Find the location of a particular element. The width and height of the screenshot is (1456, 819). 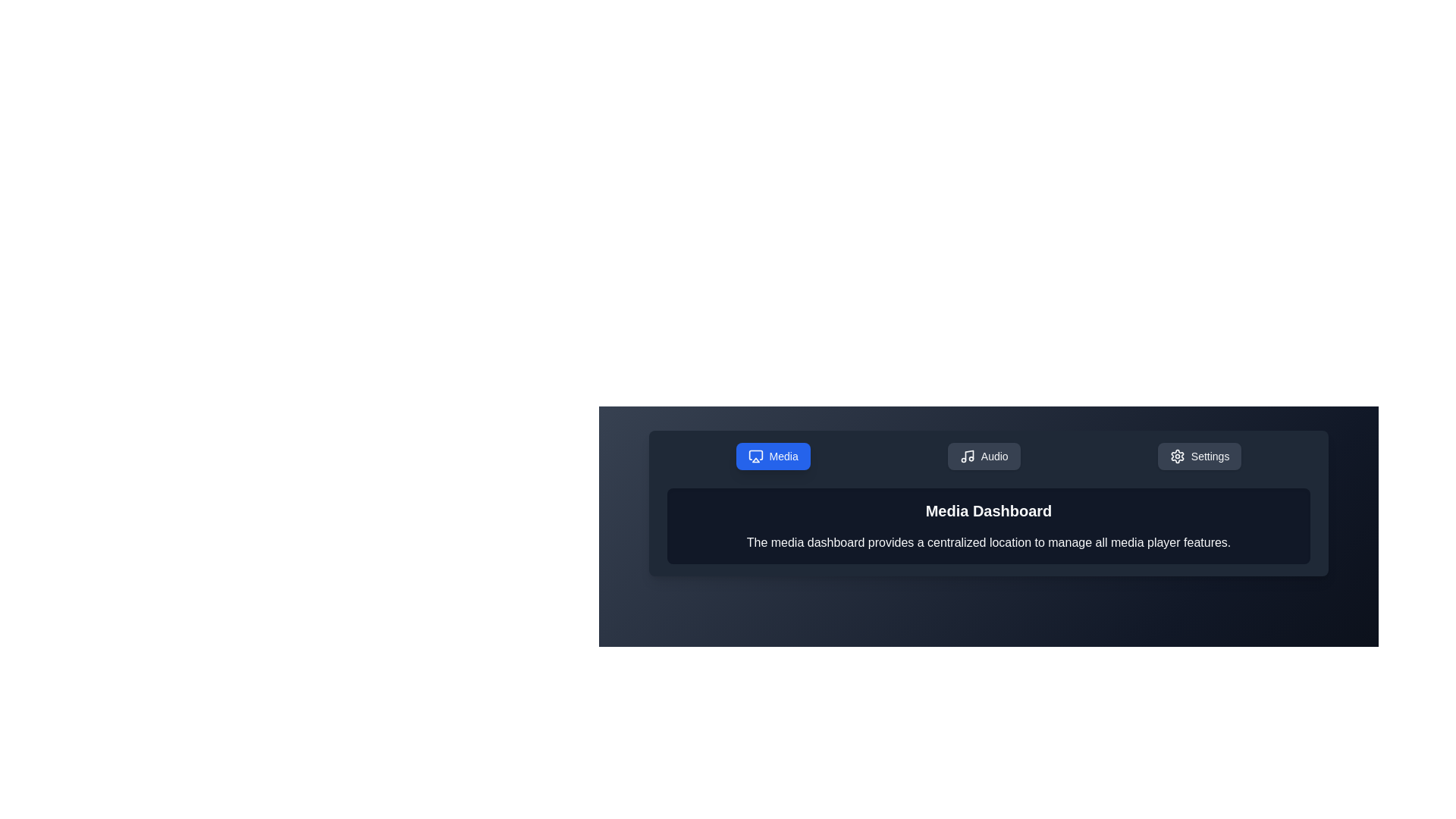

'Settings' label on the button which is styled with a medium sans-serif font on a dark background, located at the top-right corner of the interface is located at coordinates (1210, 455).